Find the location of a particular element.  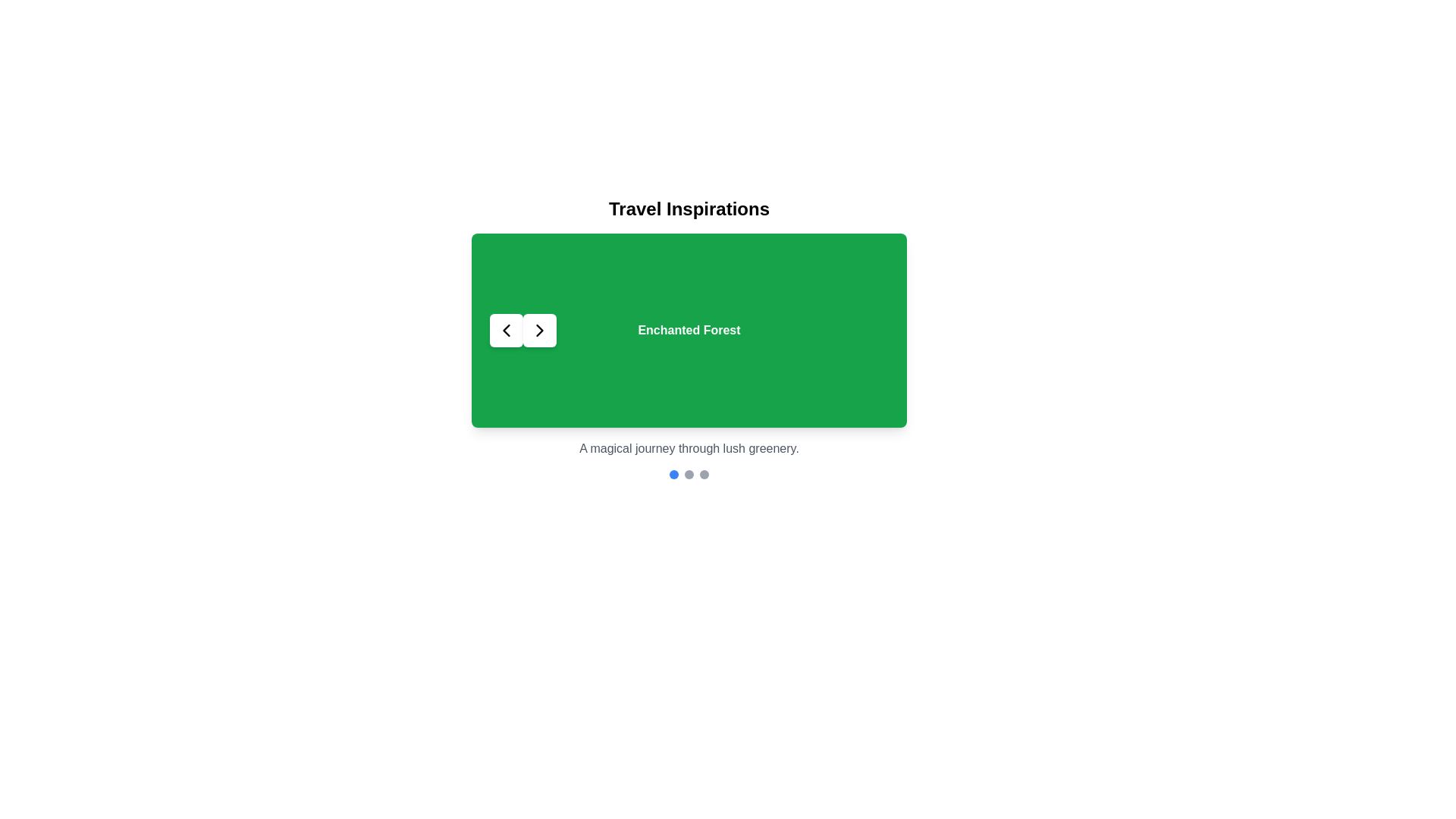

the rectangular button with a black leftward arrow icon for accessibility is located at coordinates (506, 329).